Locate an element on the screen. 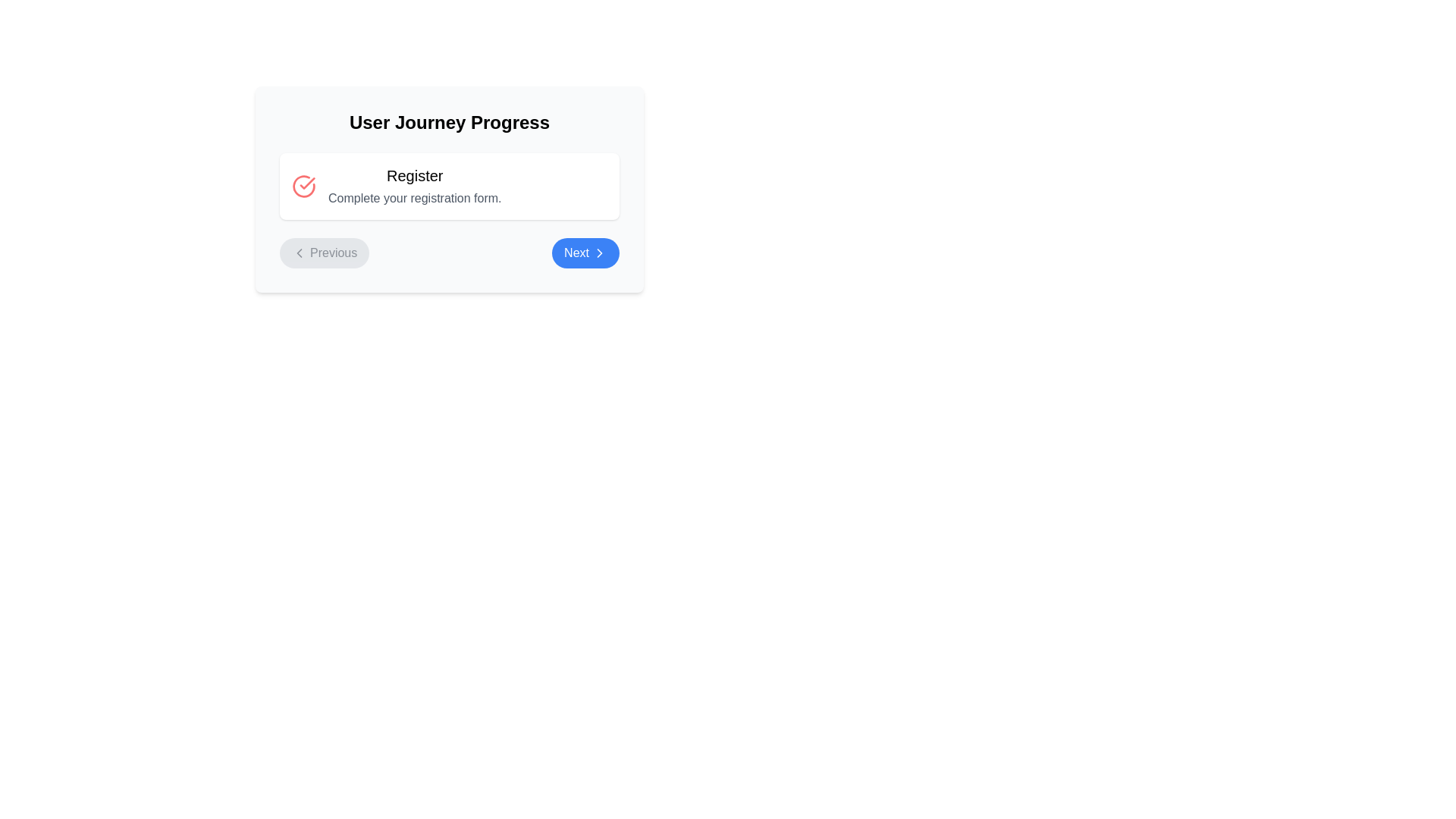  the navigation button located on the right side of the horizontal grouping is located at coordinates (585, 253).